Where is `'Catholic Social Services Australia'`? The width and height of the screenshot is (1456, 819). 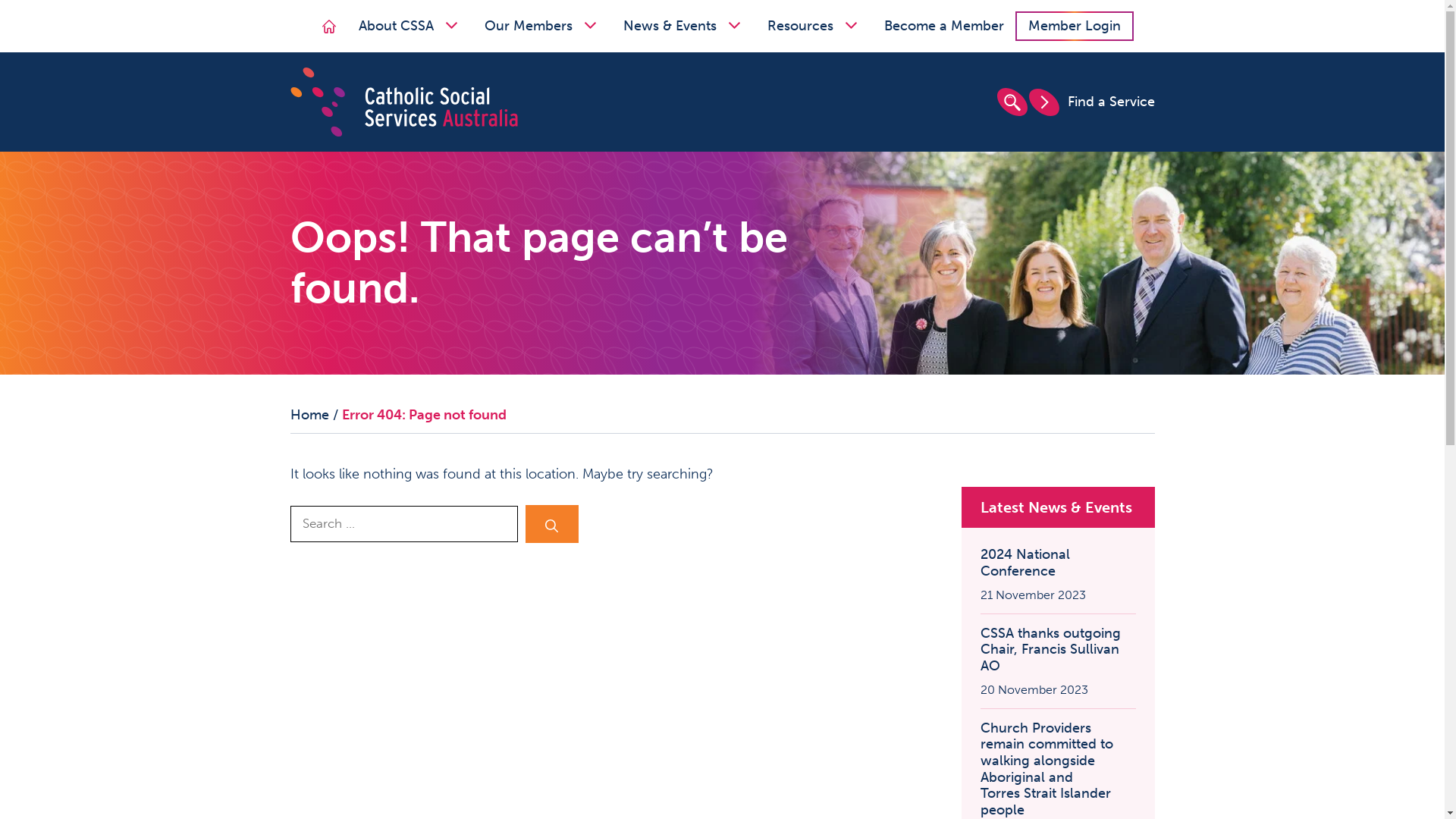
'Catholic Social Services Australia' is located at coordinates (403, 102).